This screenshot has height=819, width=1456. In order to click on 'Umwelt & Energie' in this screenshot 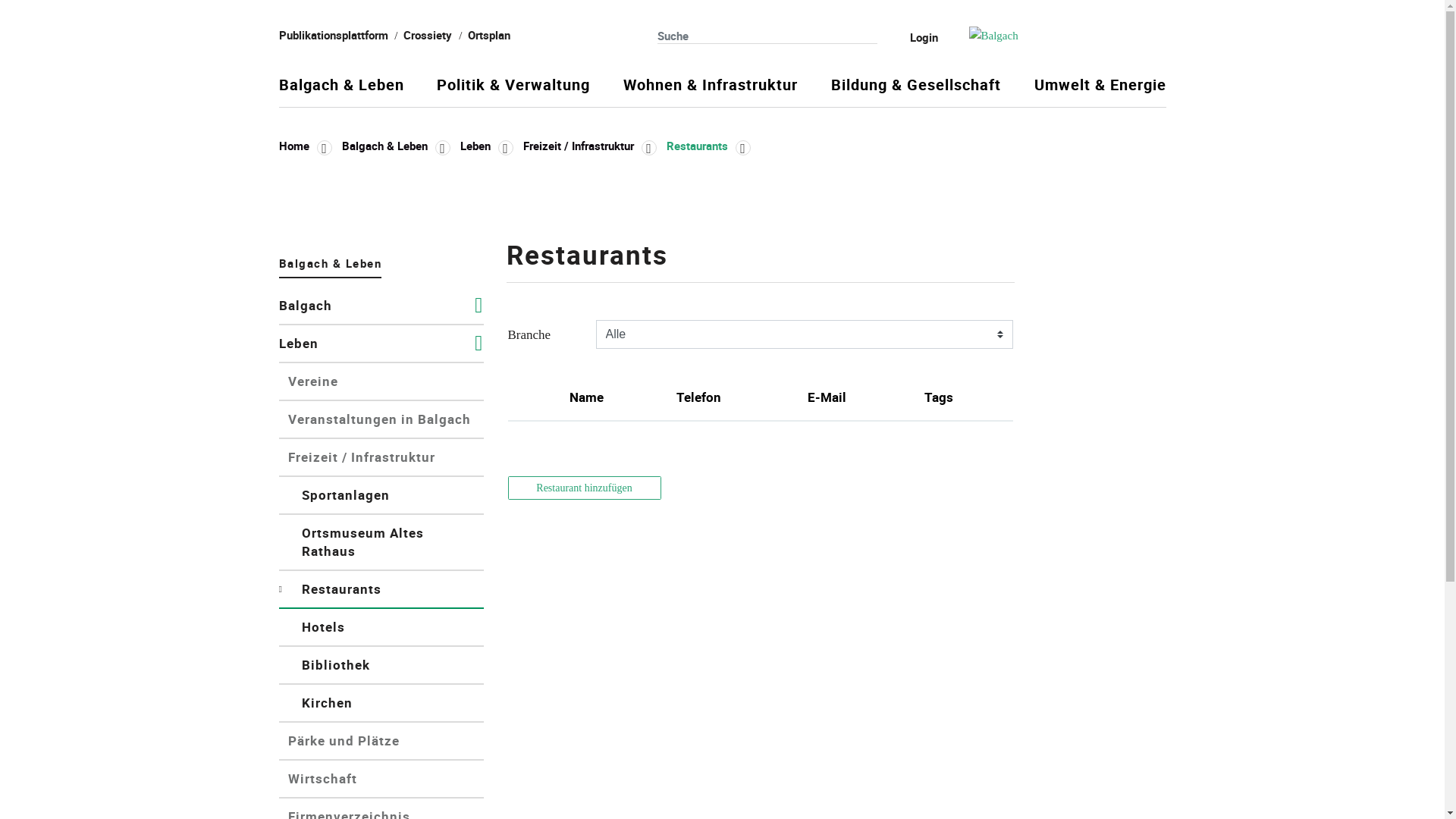, I will do `click(1100, 91)`.